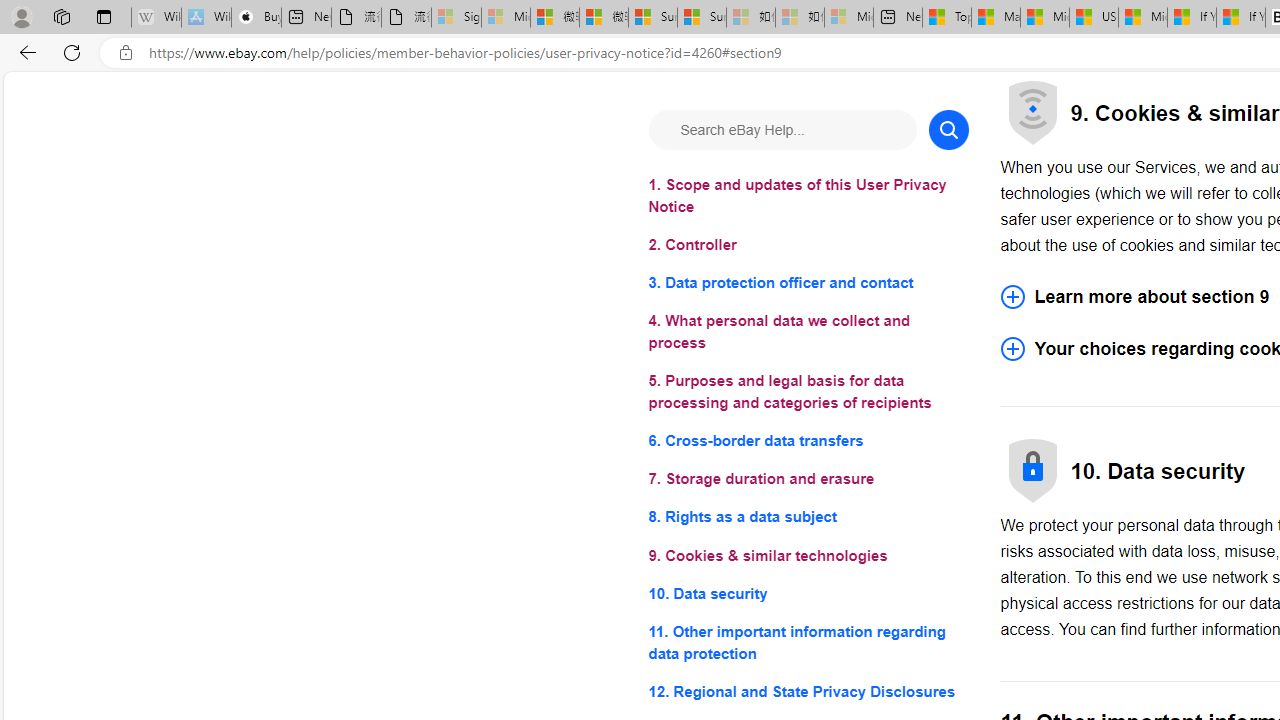 This screenshot has width=1280, height=720. I want to click on 'Search eBay Help...', so click(781, 129).